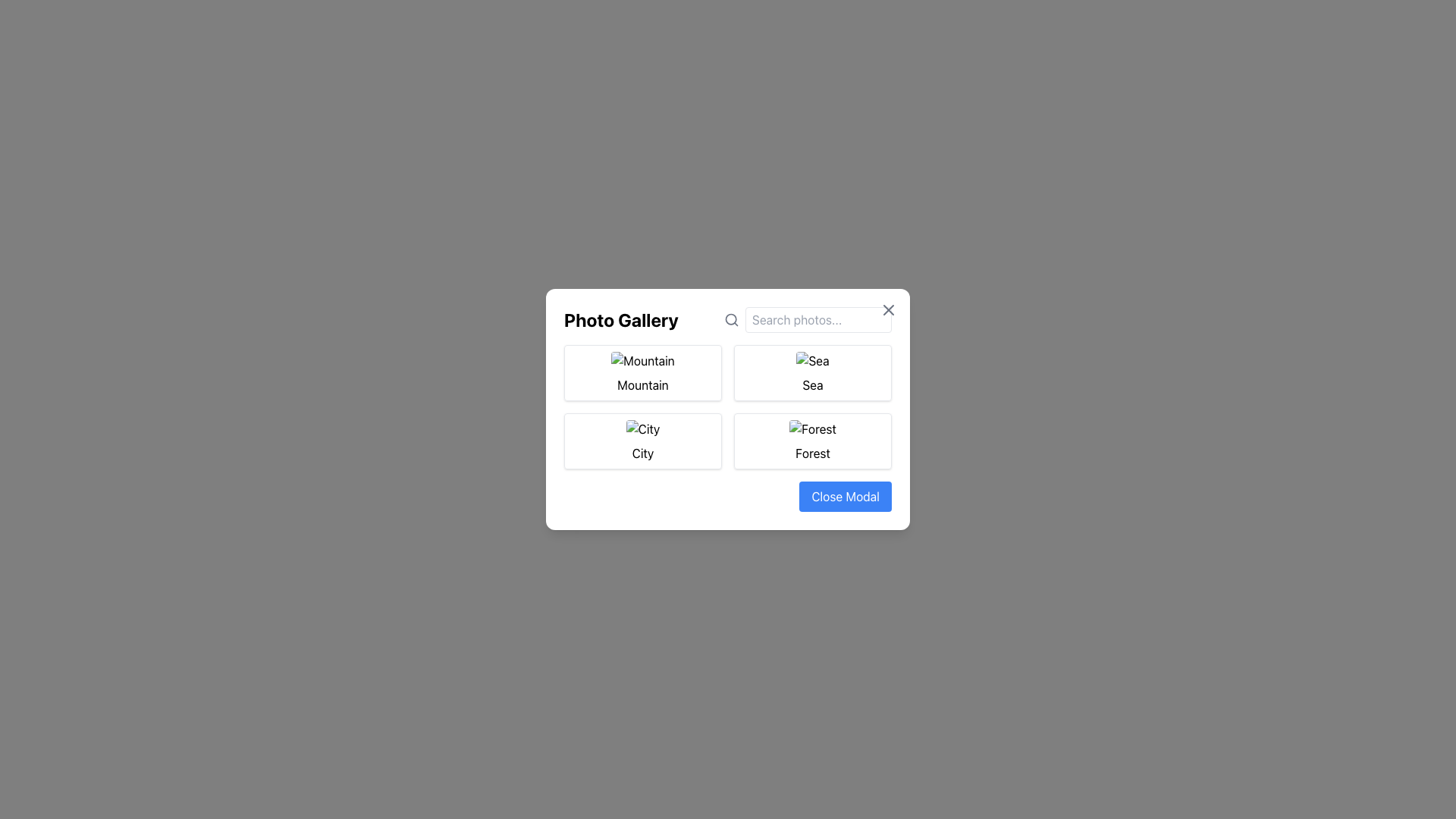  What do you see at coordinates (643, 452) in the screenshot?
I see `the text label displaying the word 'City' located below the image thumbnail in the 'Photo Gallery' dialog box` at bounding box center [643, 452].